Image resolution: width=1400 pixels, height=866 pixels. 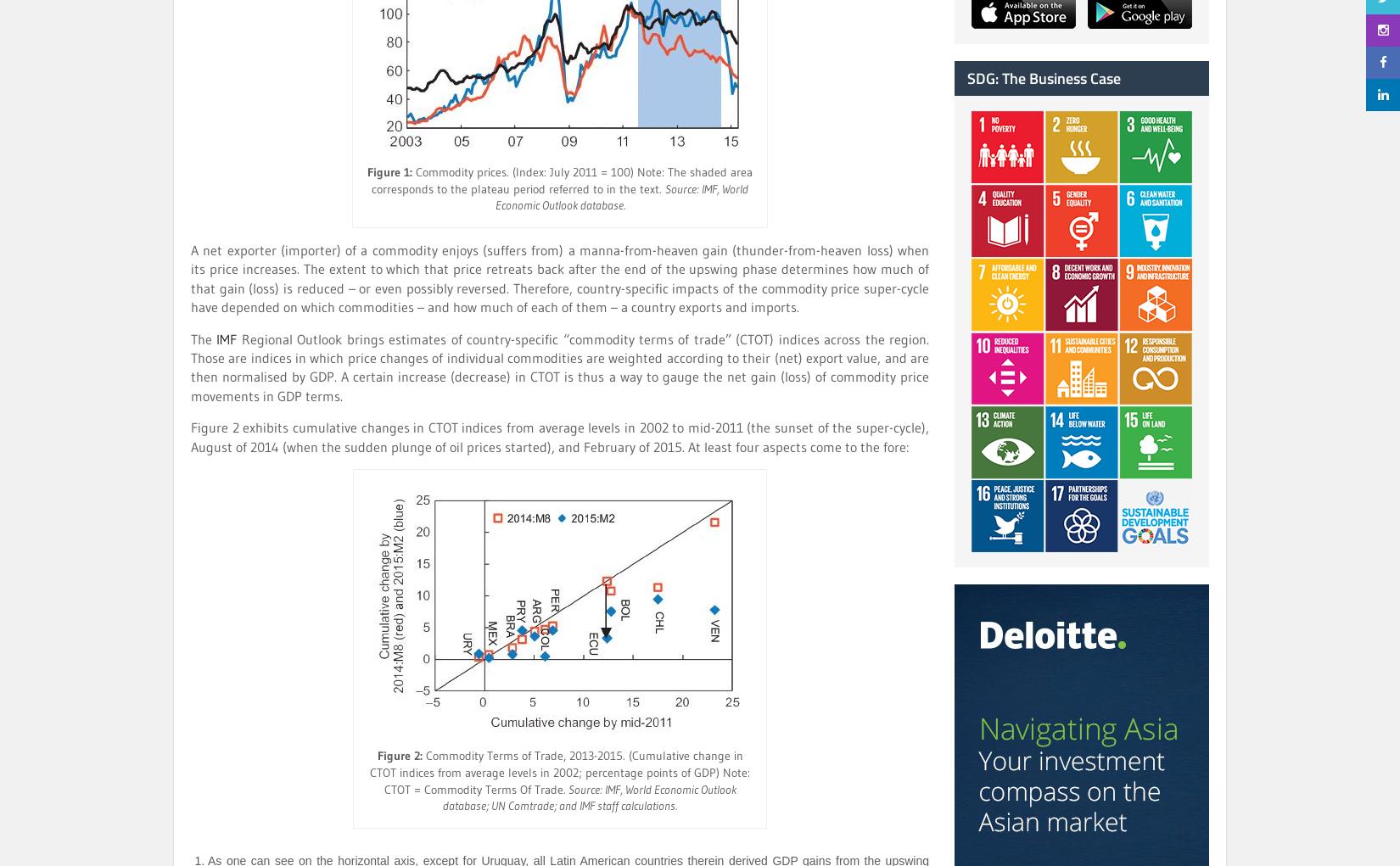 What do you see at coordinates (588, 797) in the screenshot?
I see `'Source: IMF, World Economic Outlook database; UN Comtrade; and IMF staff calculations.'` at bounding box center [588, 797].